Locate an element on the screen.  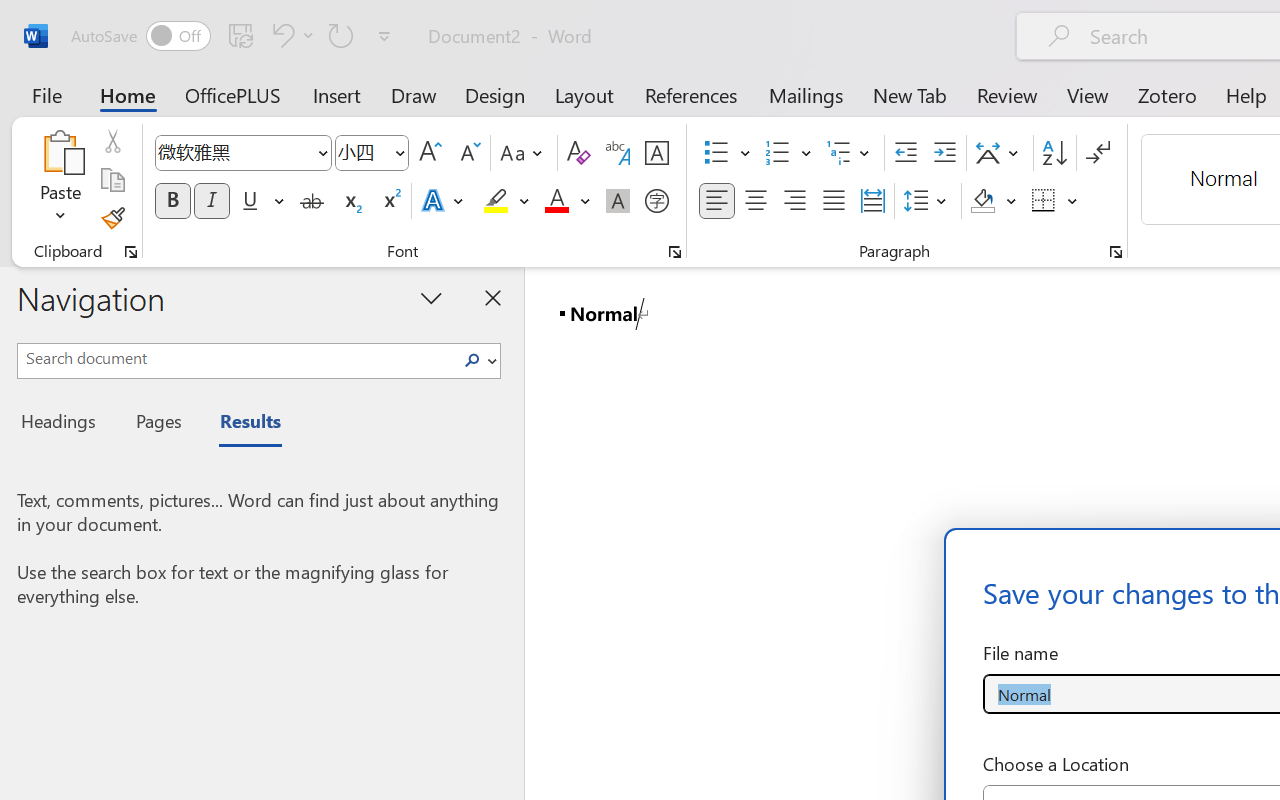
'Cut' is located at coordinates (111, 141).